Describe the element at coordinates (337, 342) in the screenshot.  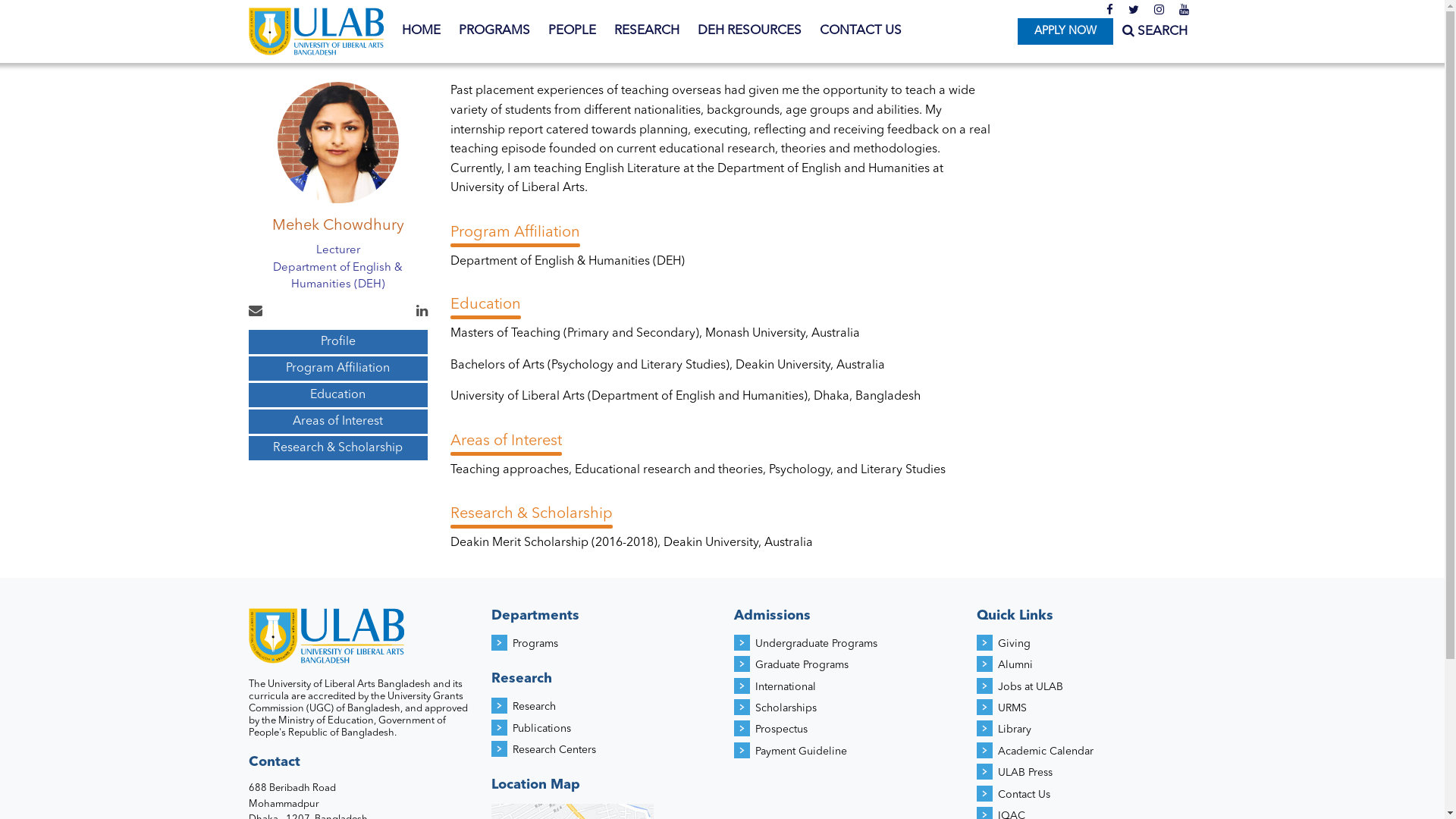
I see `'Profile'` at that location.